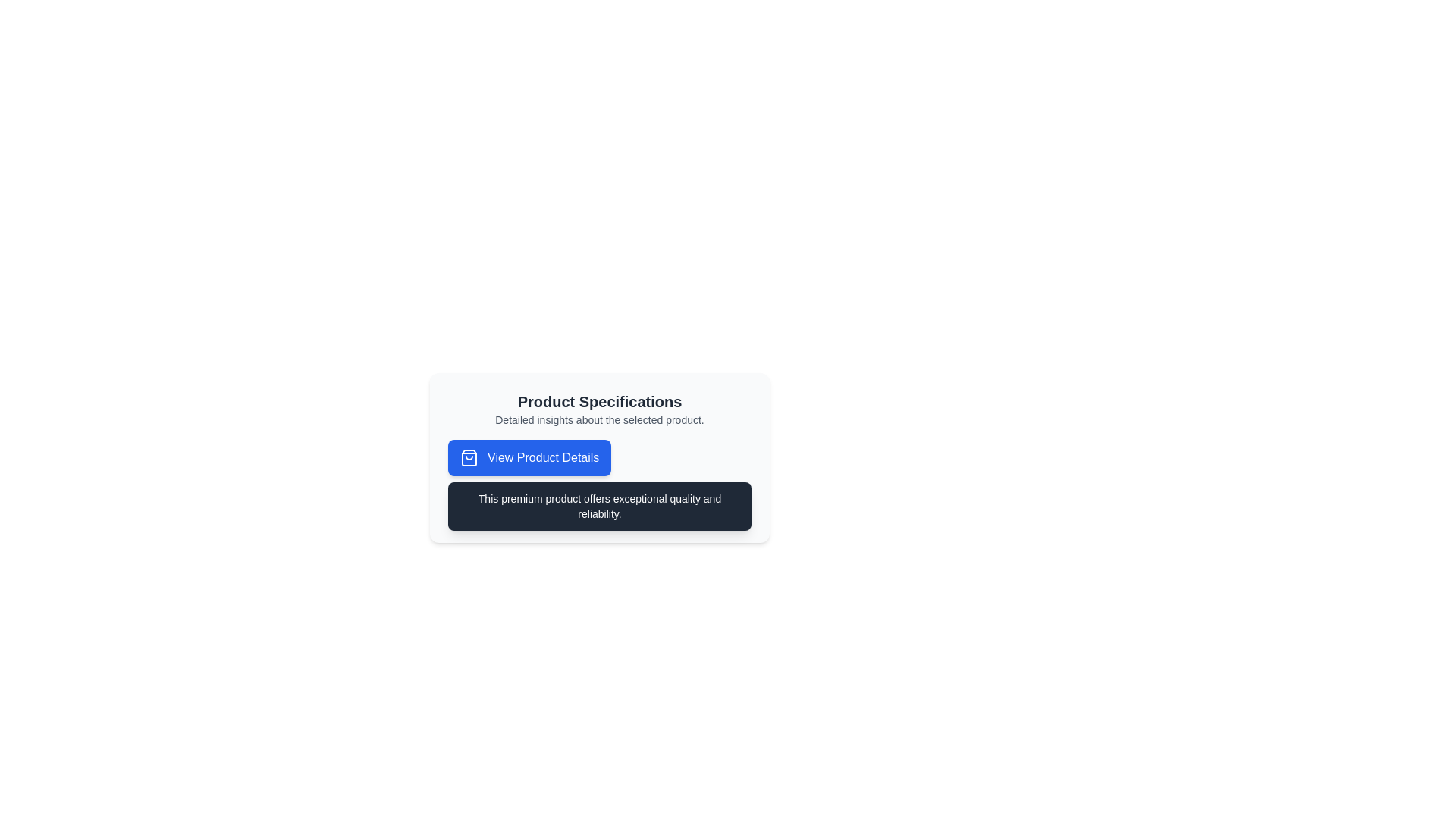 The width and height of the screenshot is (1456, 819). I want to click on the shopping bag icon with a blue background, which is part of the 'View Product Details' button and located to the left of the text, so click(469, 457).